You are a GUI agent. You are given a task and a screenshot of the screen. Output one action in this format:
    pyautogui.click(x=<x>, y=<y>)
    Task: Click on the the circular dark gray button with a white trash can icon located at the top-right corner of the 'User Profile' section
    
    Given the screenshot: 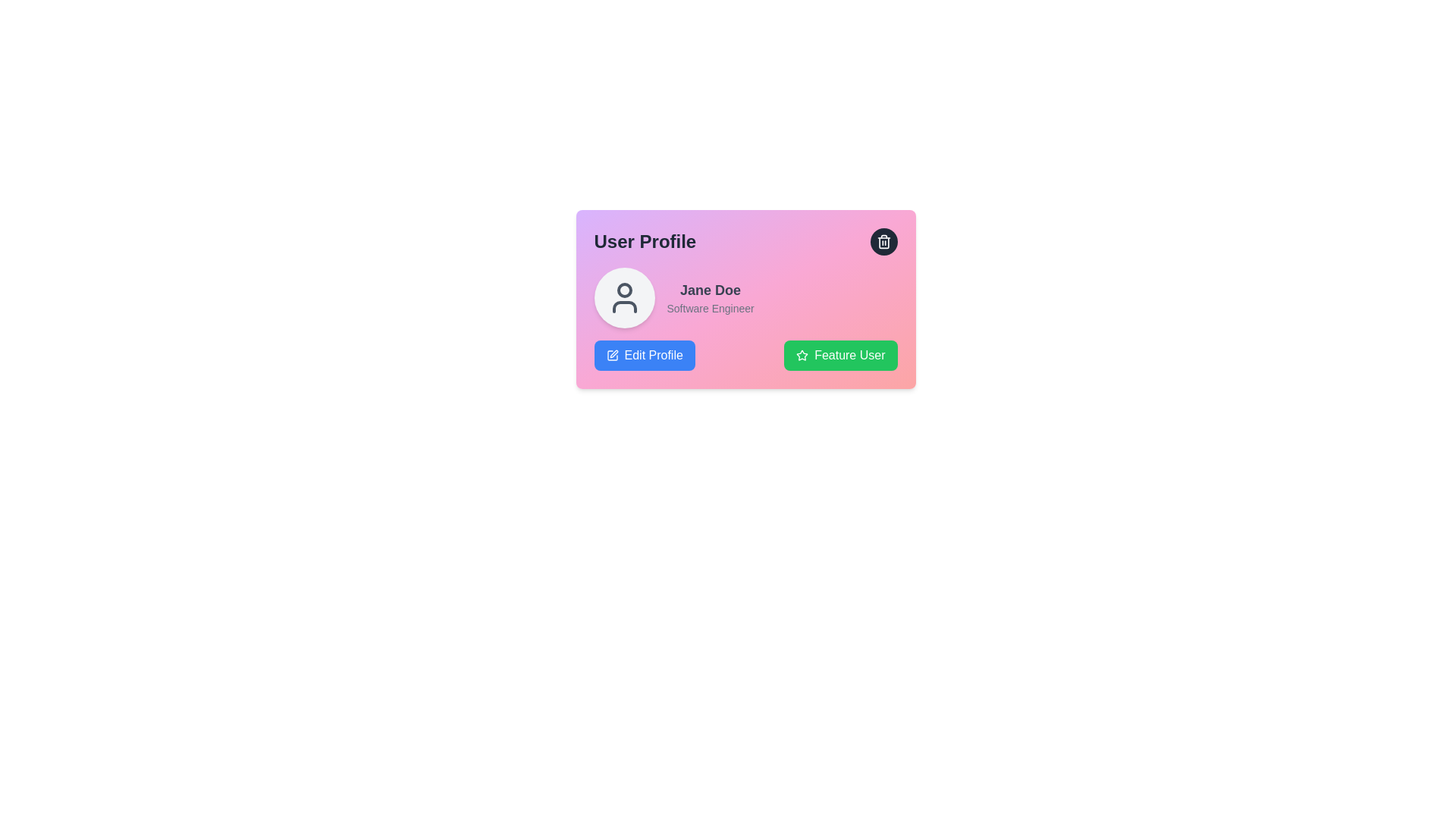 What is the action you would take?
    pyautogui.click(x=883, y=241)
    